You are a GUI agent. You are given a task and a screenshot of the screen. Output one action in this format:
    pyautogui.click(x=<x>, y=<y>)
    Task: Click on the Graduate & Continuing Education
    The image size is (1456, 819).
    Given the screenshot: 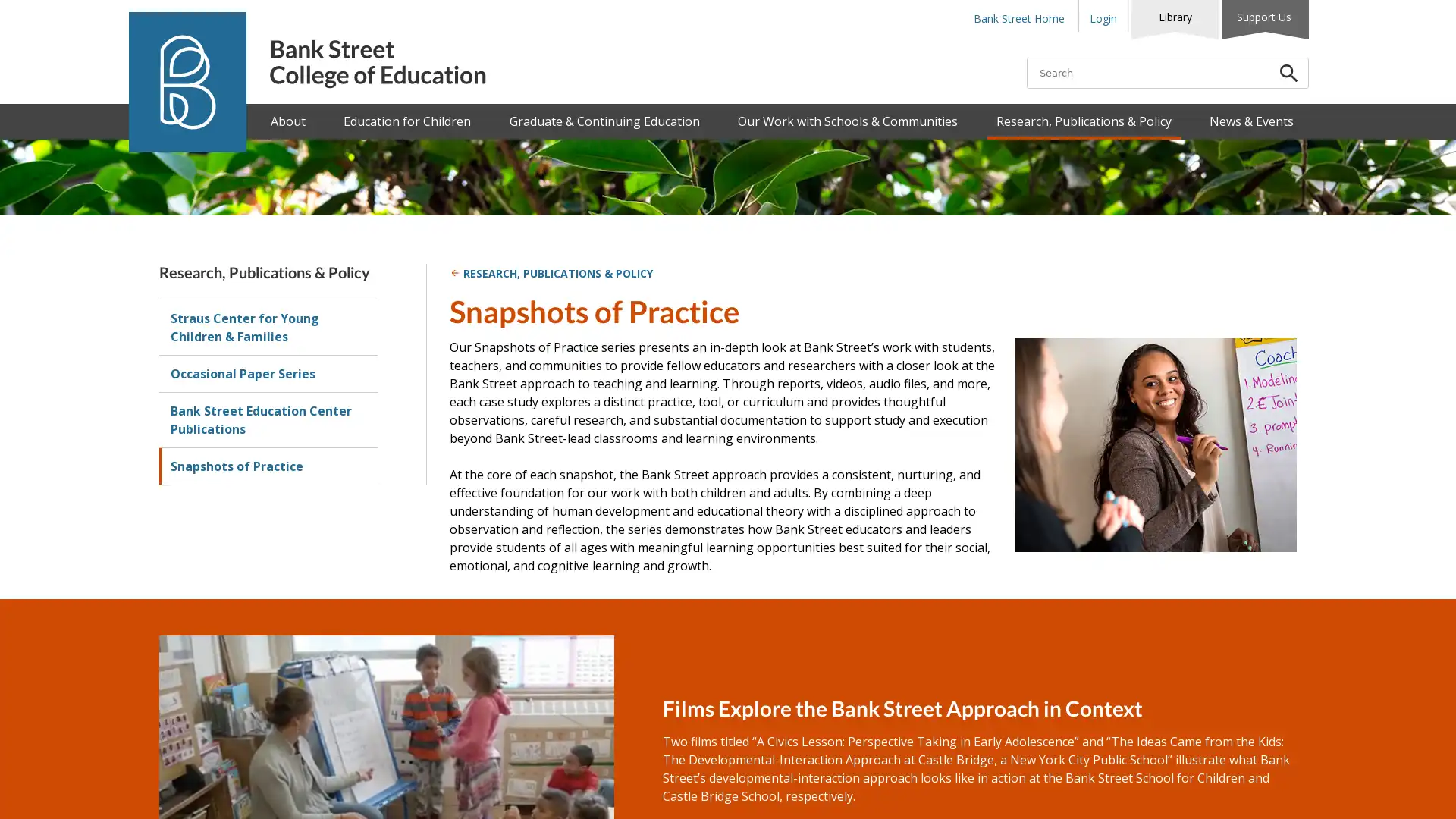 What is the action you would take?
    pyautogui.click(x=603, y=121)
    